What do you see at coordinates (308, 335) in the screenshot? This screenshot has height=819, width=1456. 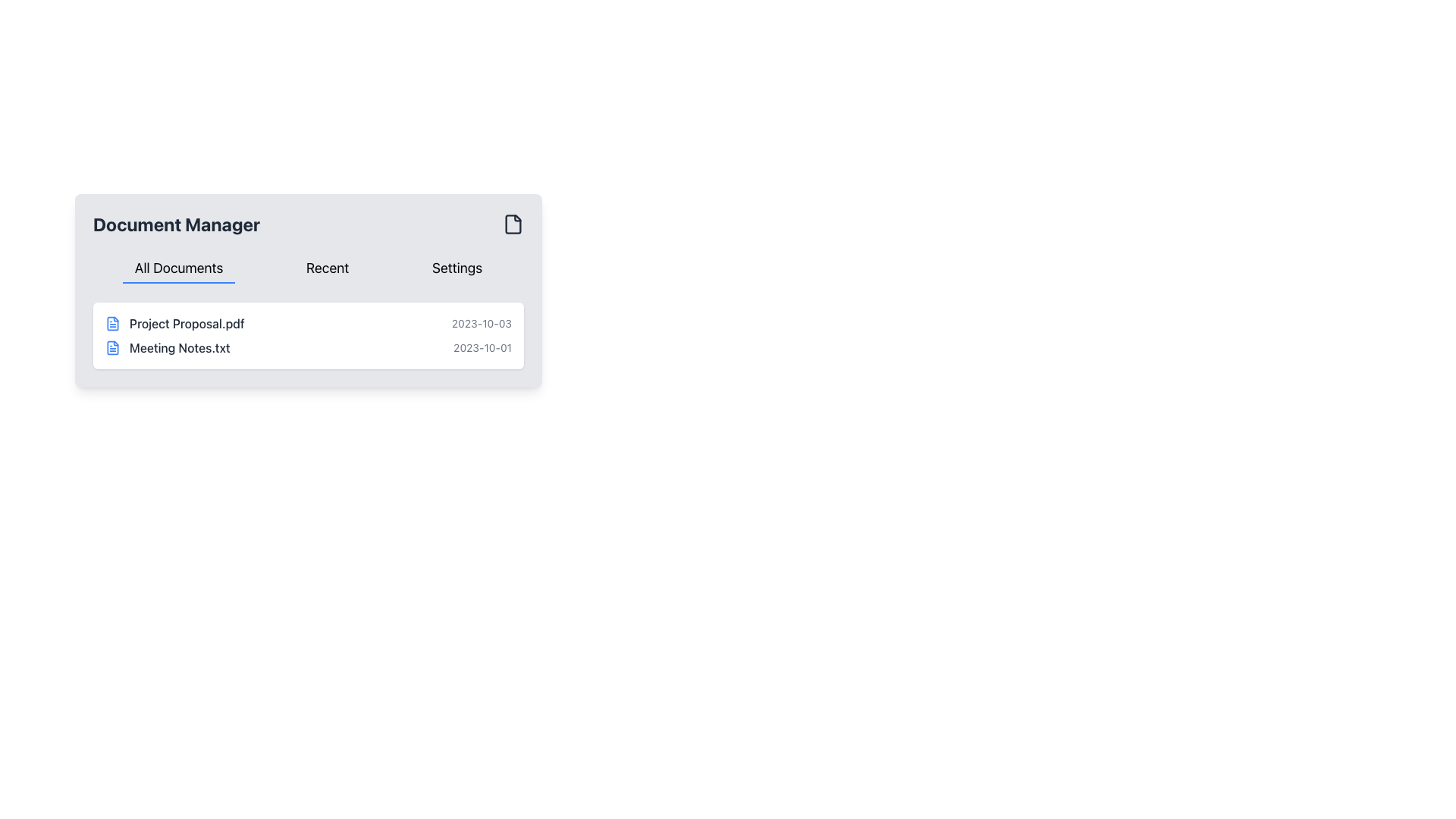 I see `the first item in the file list within the Document Manager interface` at bounding box center [308, 335].